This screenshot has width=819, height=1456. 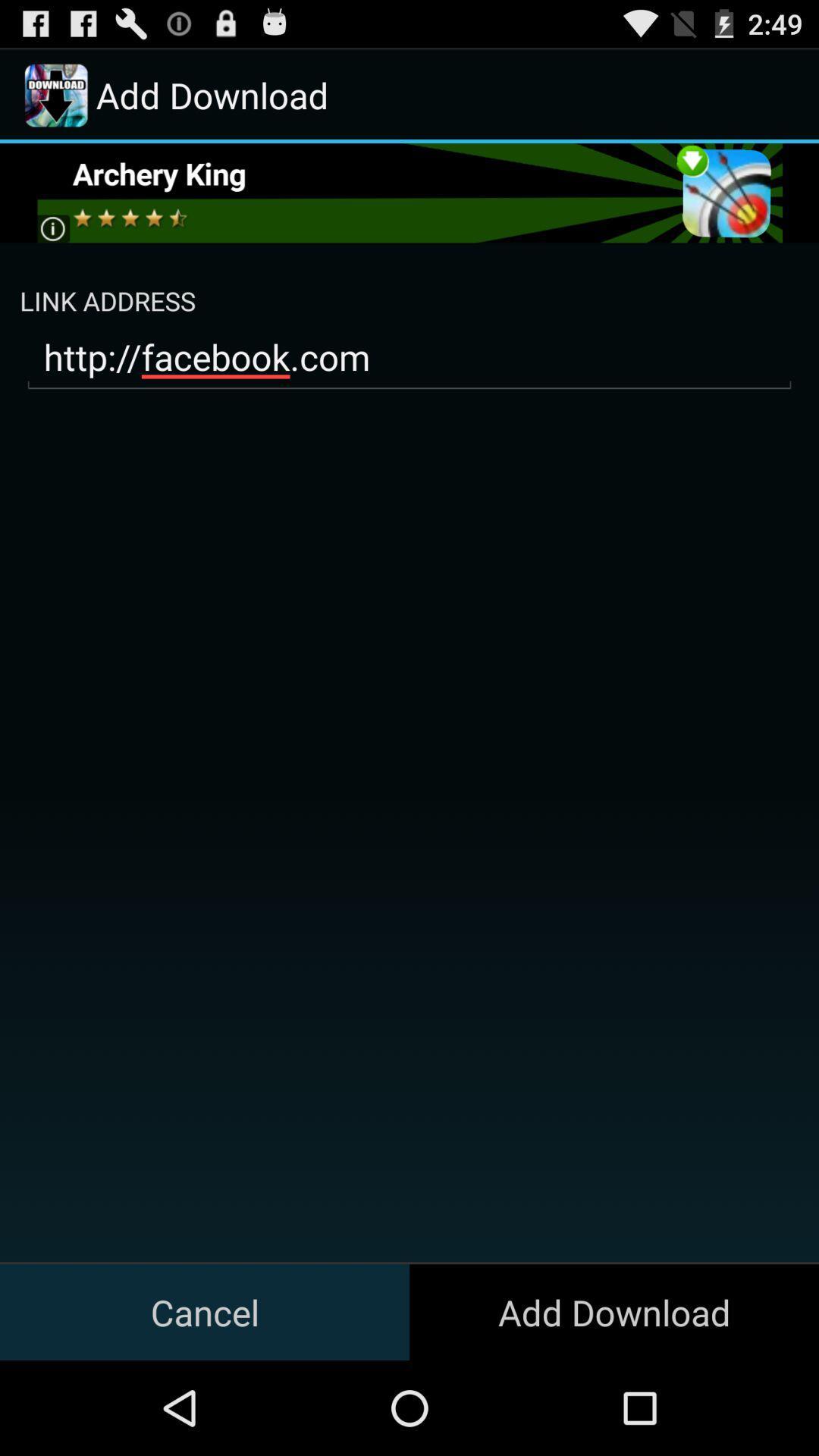 I want to click on advertisement, so click(x=408, y=192).